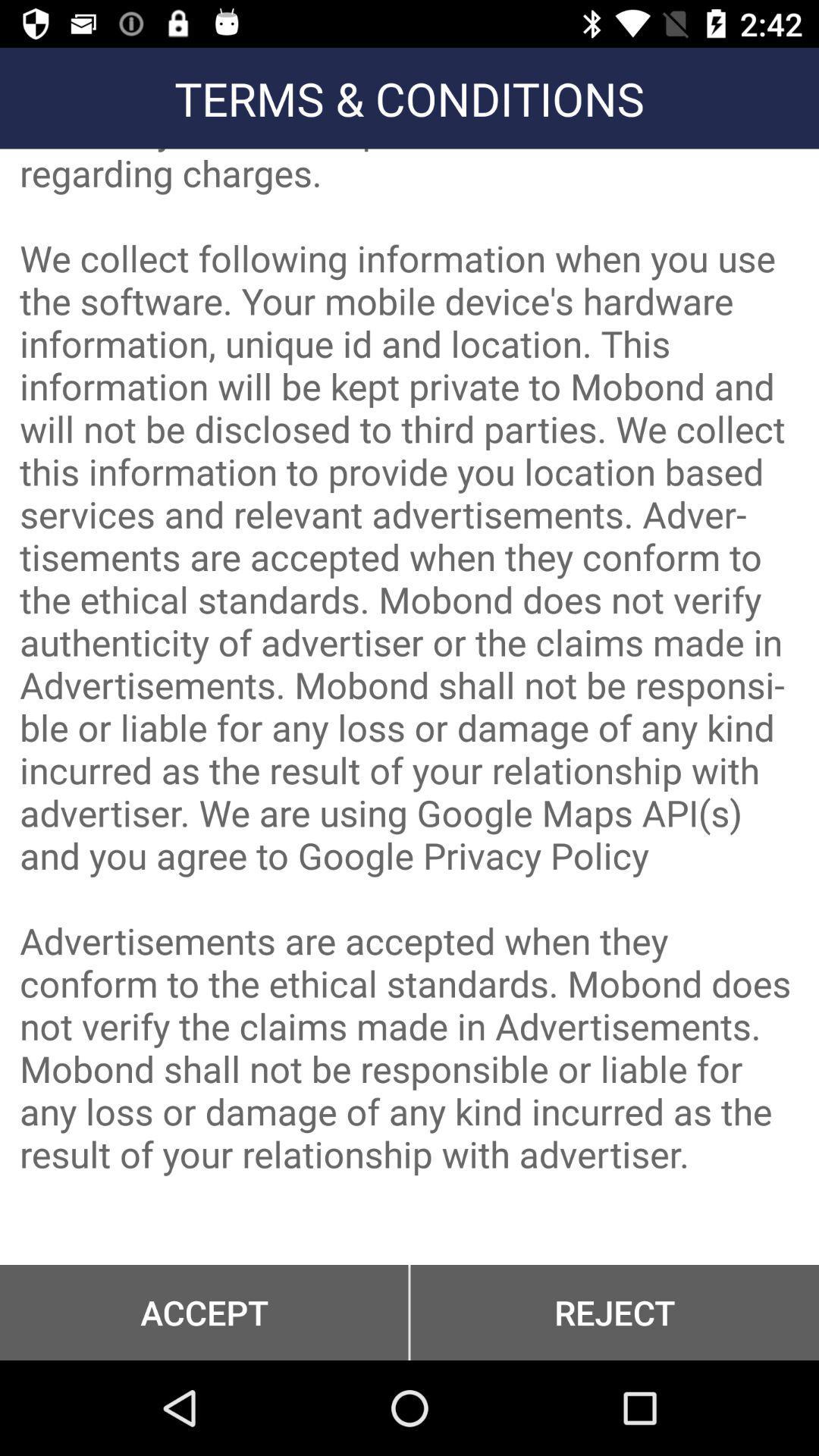  Describe the element at coordinates (203, 1312) in the screenshot. I see `button at the bottom left corner` at that location.